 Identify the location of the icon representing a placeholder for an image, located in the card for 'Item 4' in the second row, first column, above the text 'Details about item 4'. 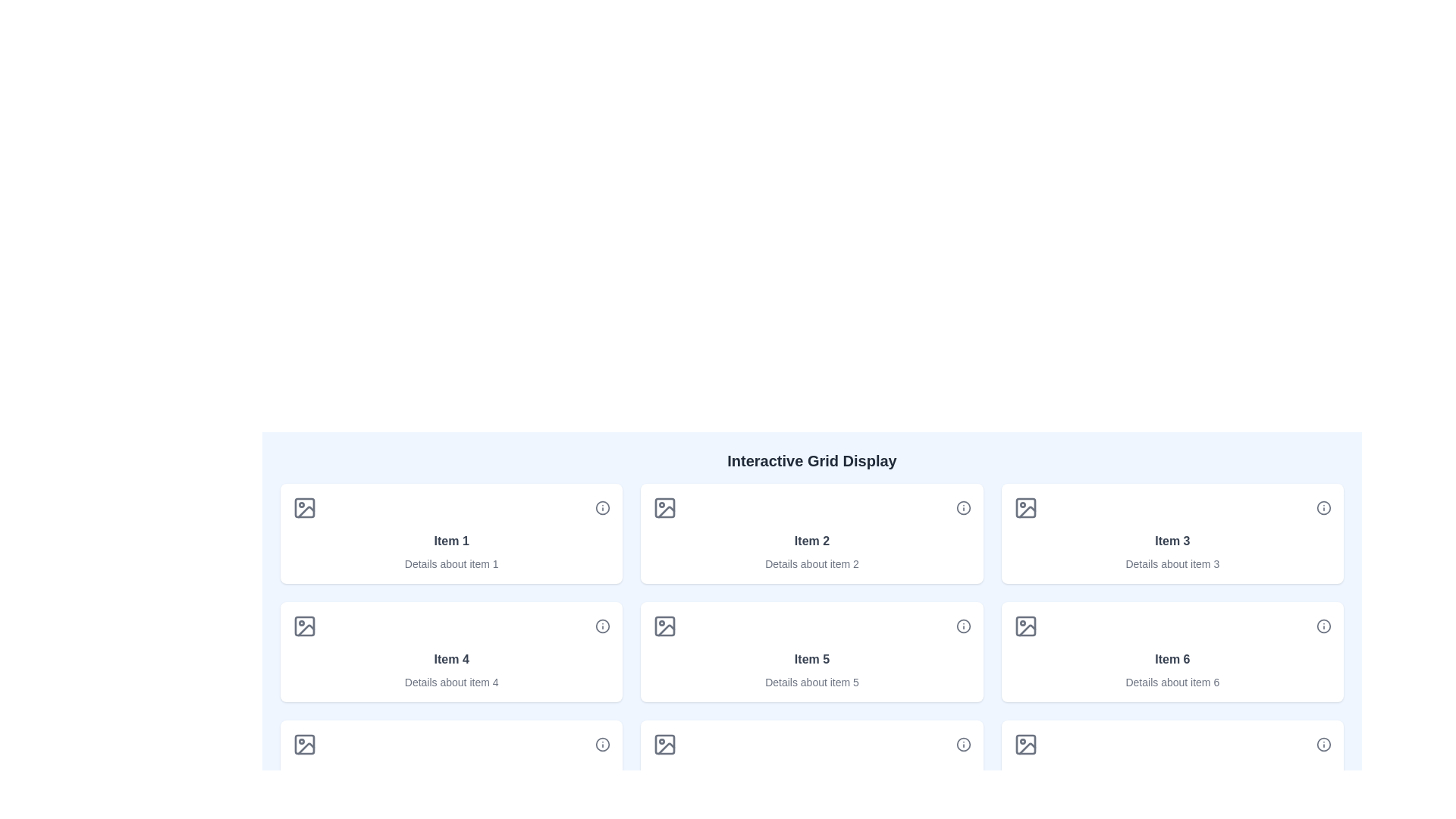
(304, 626).